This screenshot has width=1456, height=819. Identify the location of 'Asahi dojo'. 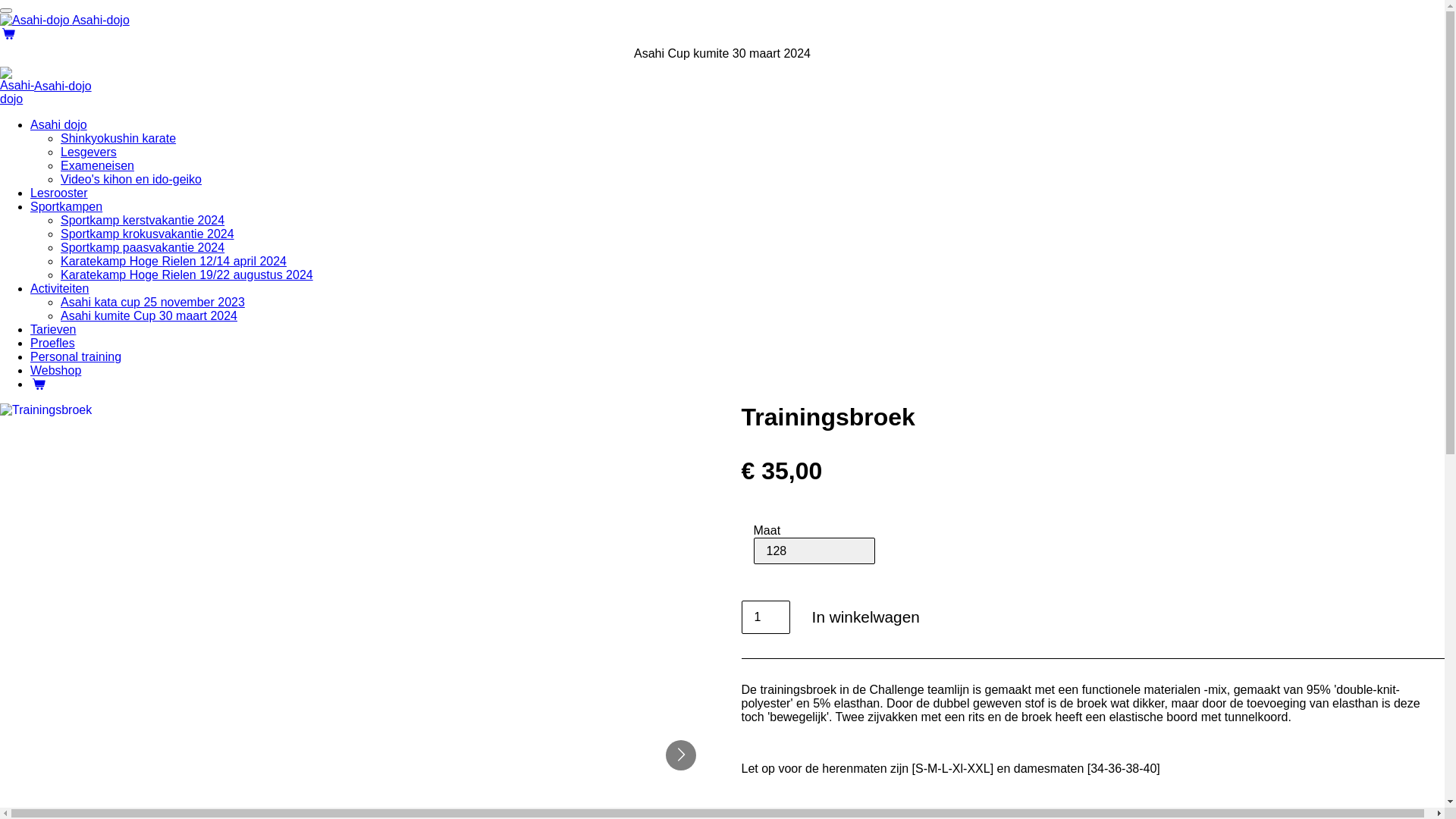
(58, 124).